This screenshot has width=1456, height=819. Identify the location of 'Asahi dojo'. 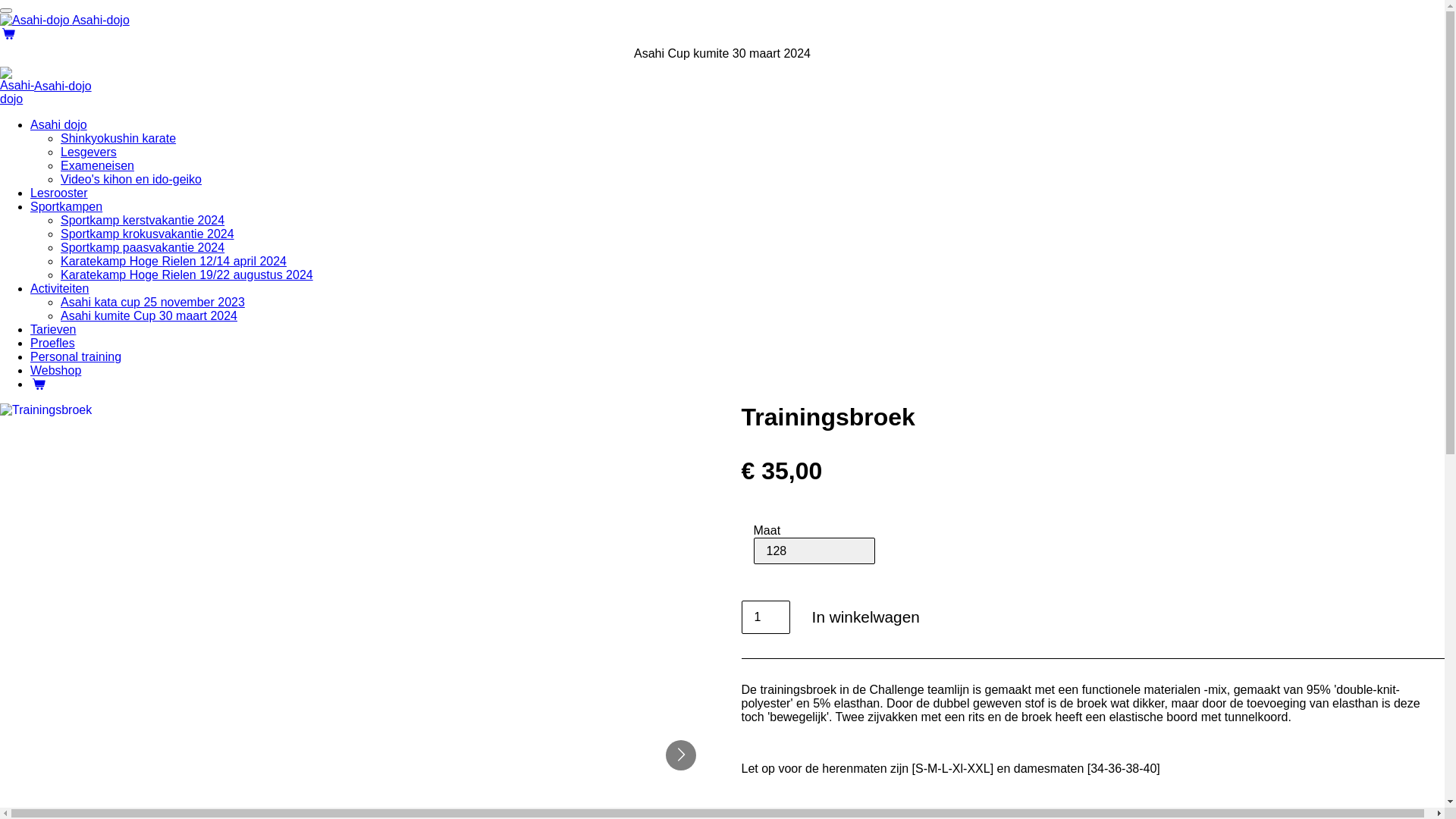
(58, 124).